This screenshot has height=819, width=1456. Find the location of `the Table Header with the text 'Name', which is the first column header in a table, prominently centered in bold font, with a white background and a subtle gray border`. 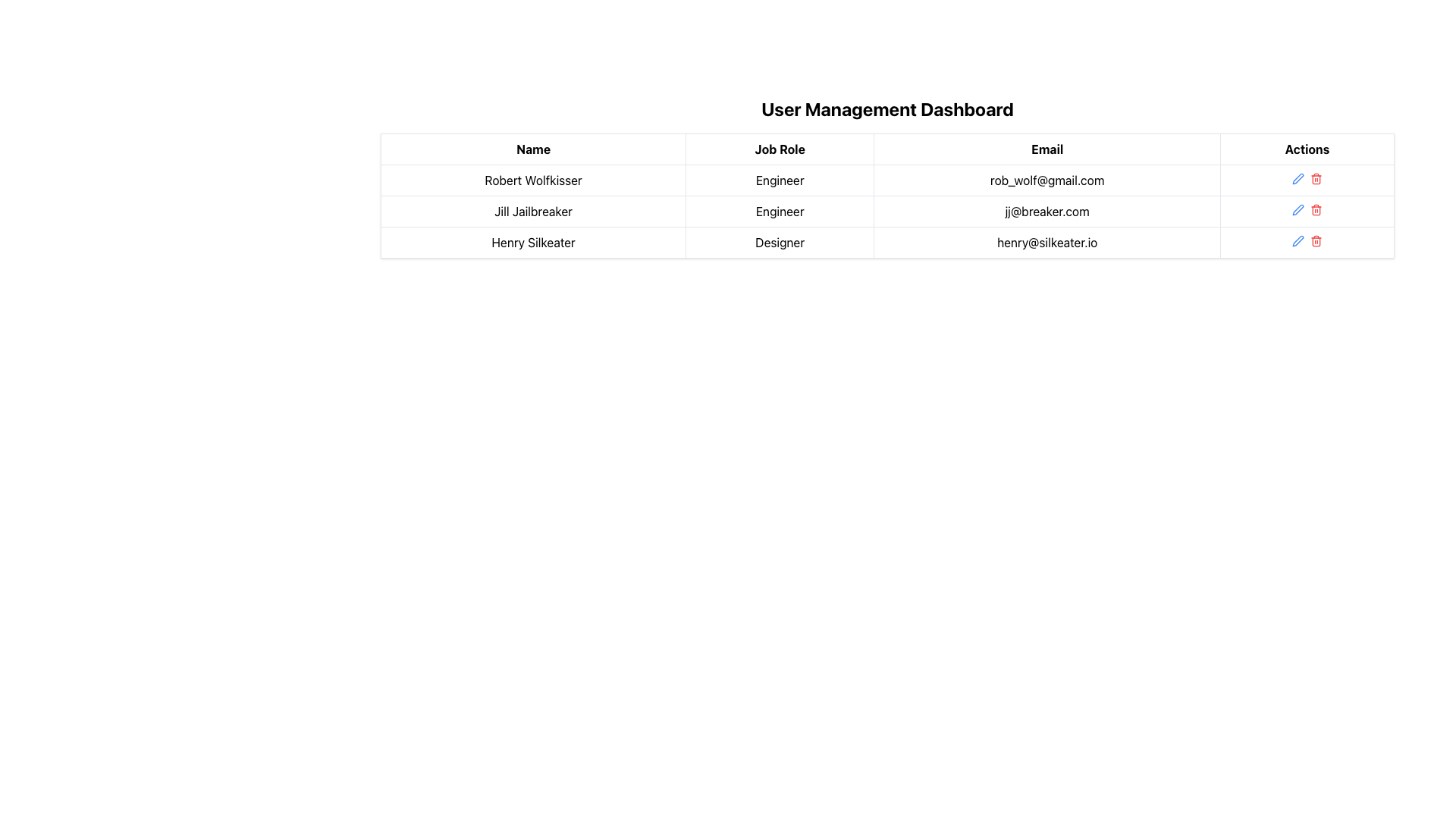

the Table Header with the text 'Name', which is the first column header in a table, prominently centered in bold font, with a white background and a subtle gray border is located at coordinates (533, 149).